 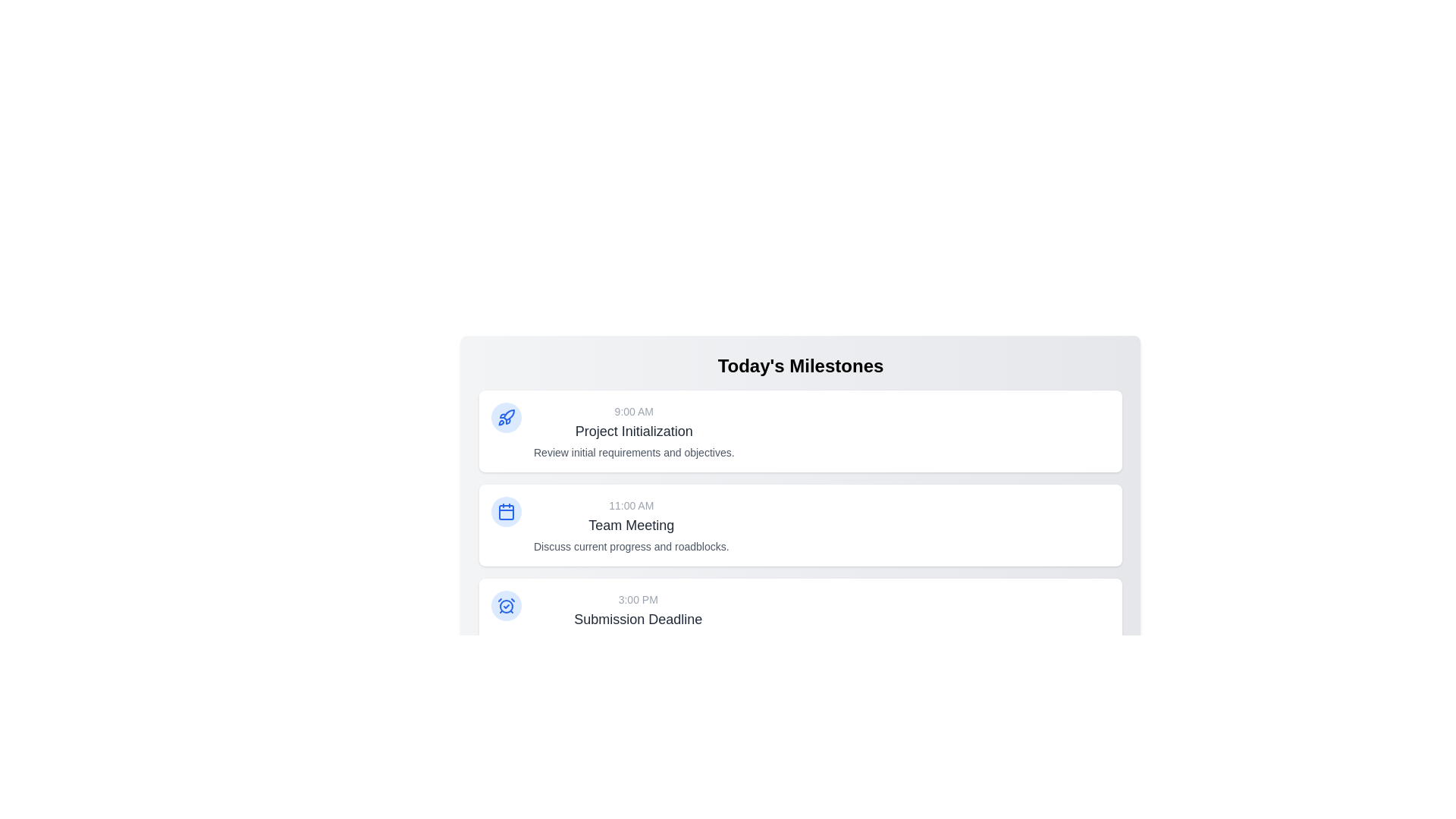 I want to click on the SVG-based rocket icon representing the 'Project Initialization' milestone located in a rounded, light-blue background on the left side of the milestone entry at 9:00 AM, so click(x=506, y=418).